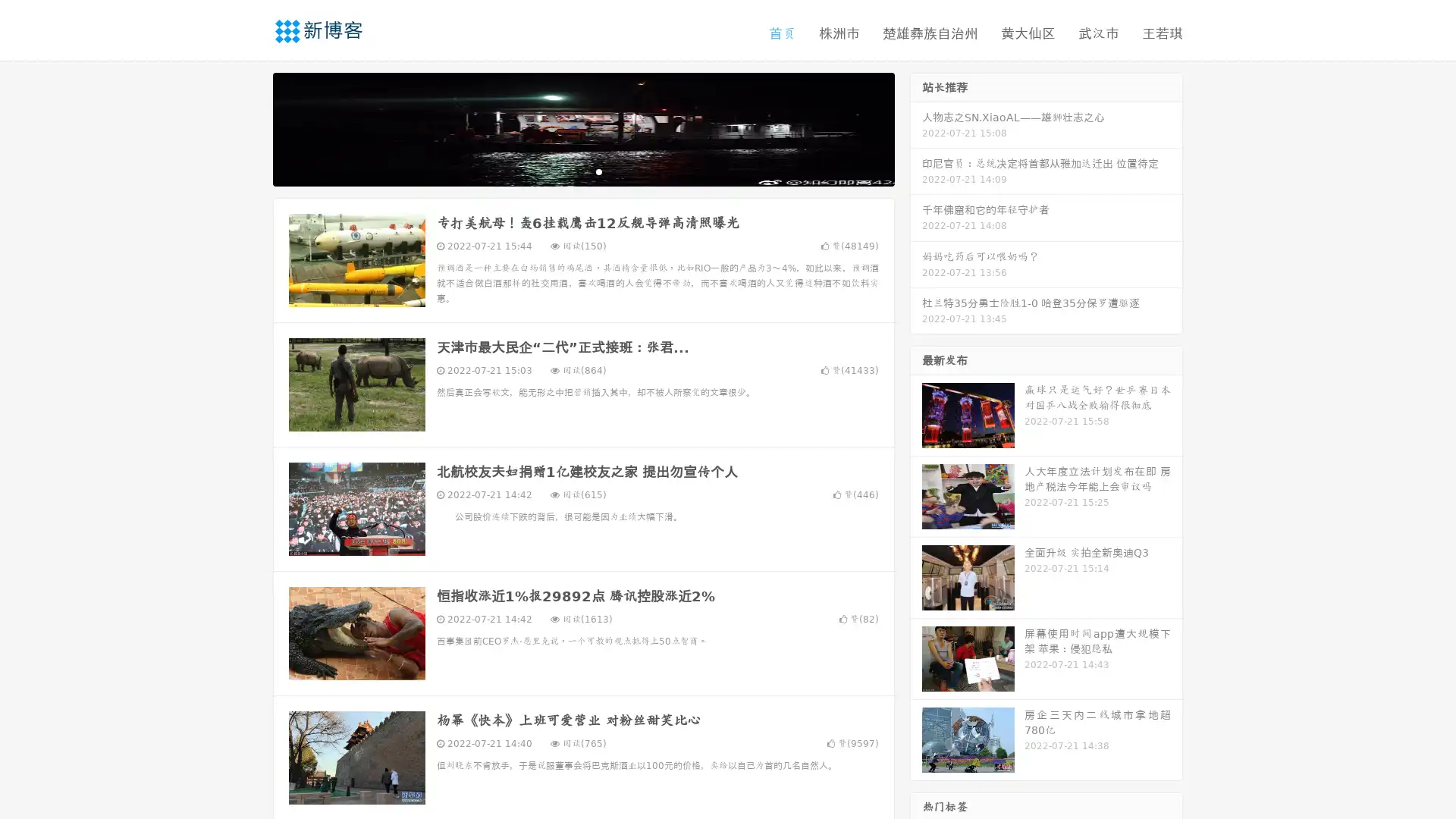 The height and width of the screenshot is (819, 1456). I want to click on Go to slide 3, so click(598, 171).